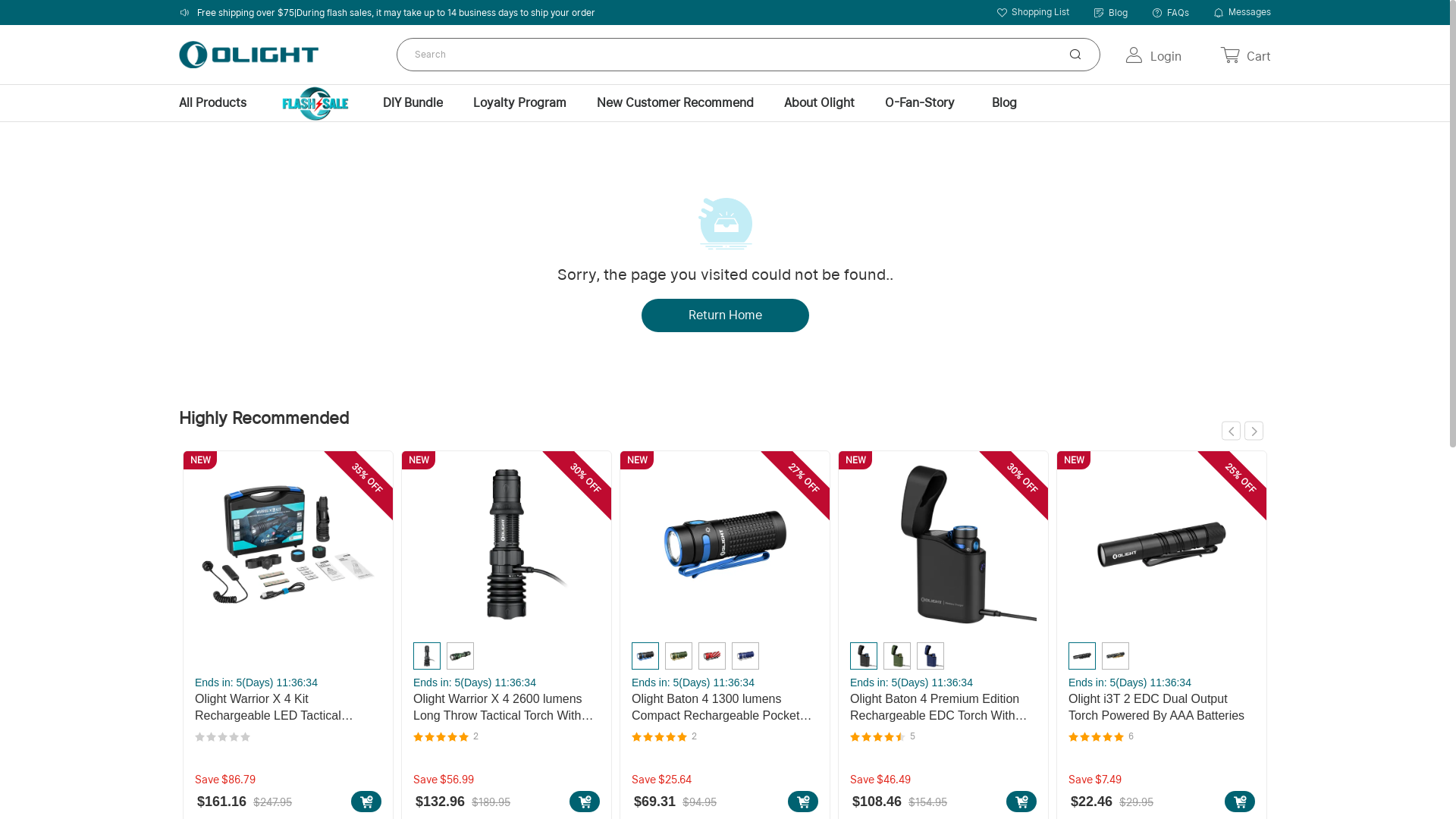 This screenshot has height=819, width=1456. Describe the element at coordinates (818, 102) in the screenshot. I see `'About Olight'` at that location.